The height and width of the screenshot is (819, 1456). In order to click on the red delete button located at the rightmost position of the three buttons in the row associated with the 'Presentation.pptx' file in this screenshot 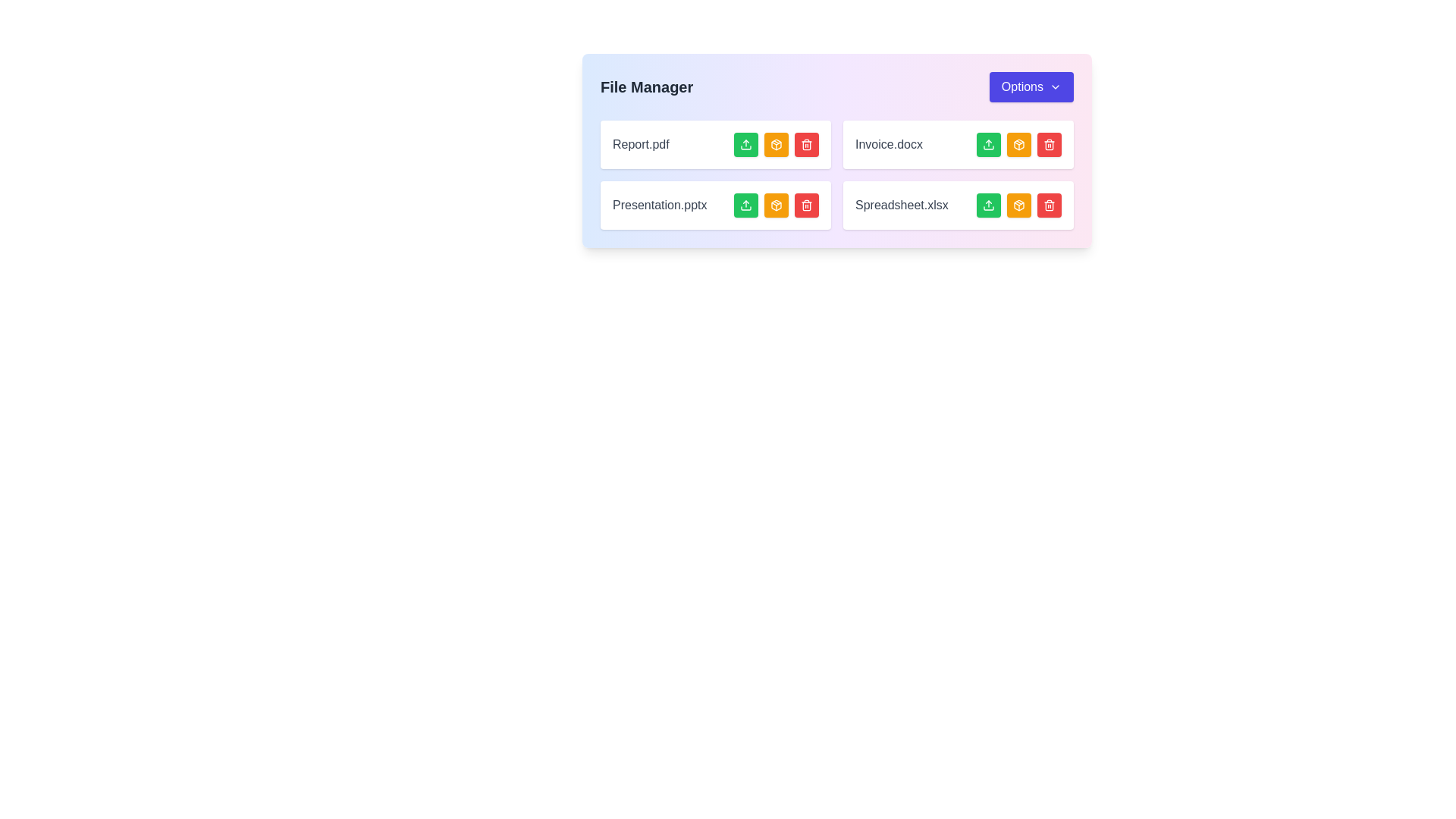, I will do `click(806, 205)`.